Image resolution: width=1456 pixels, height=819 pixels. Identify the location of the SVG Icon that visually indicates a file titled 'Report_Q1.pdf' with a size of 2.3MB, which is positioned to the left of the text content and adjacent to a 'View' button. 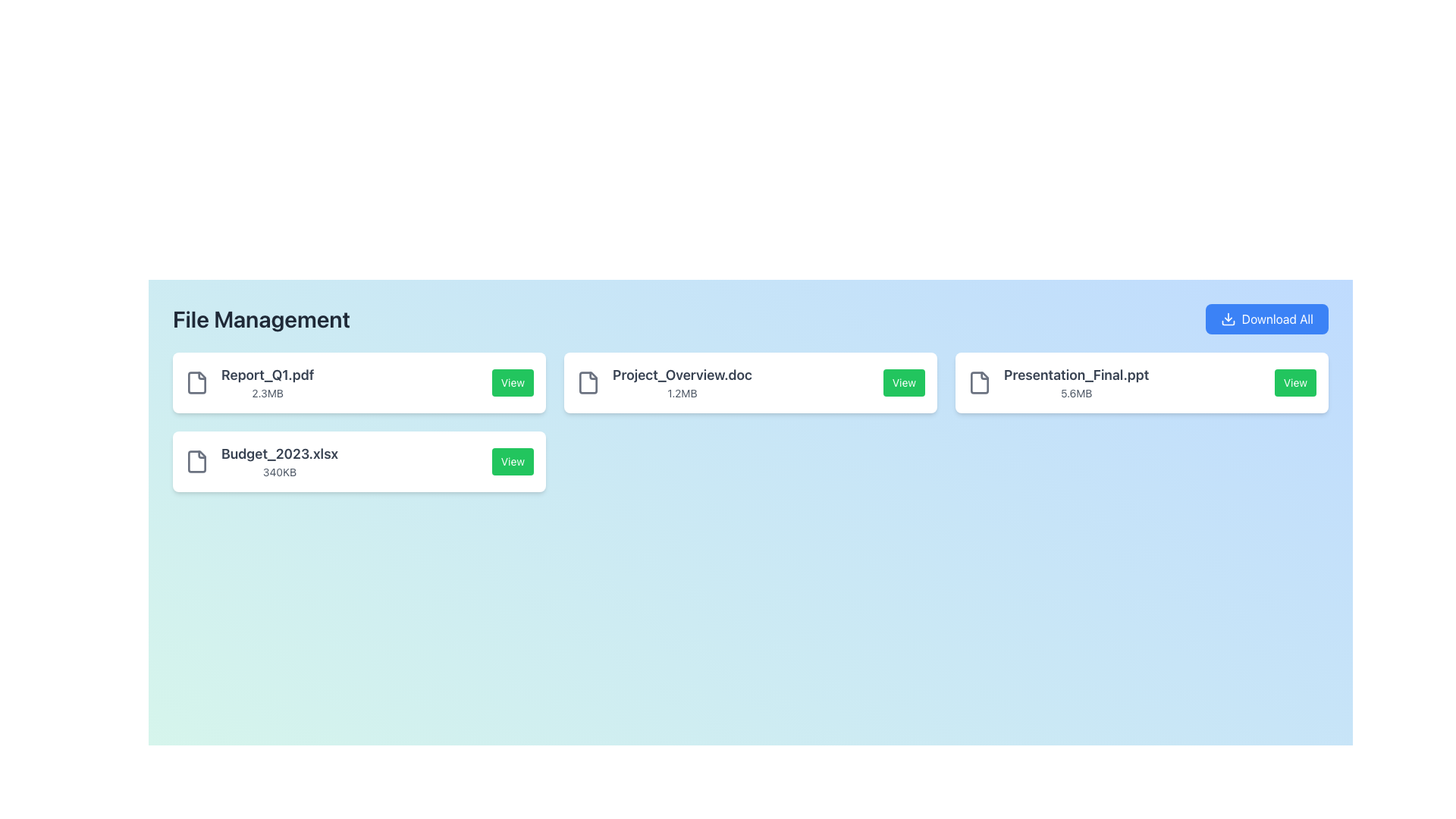
(196, 382).